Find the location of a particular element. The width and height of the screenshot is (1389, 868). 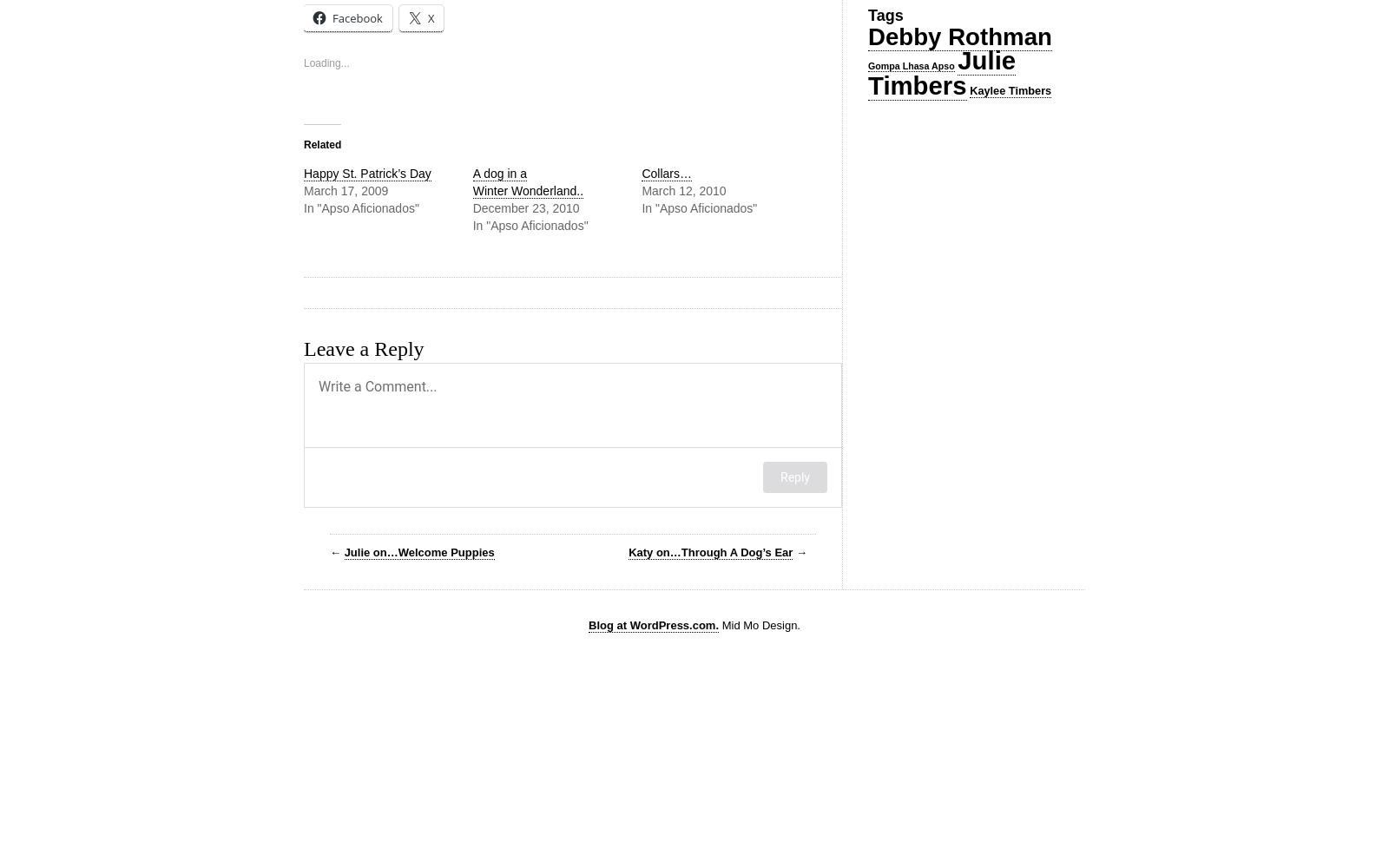

'Reply' is located at coordinates (780, 477).